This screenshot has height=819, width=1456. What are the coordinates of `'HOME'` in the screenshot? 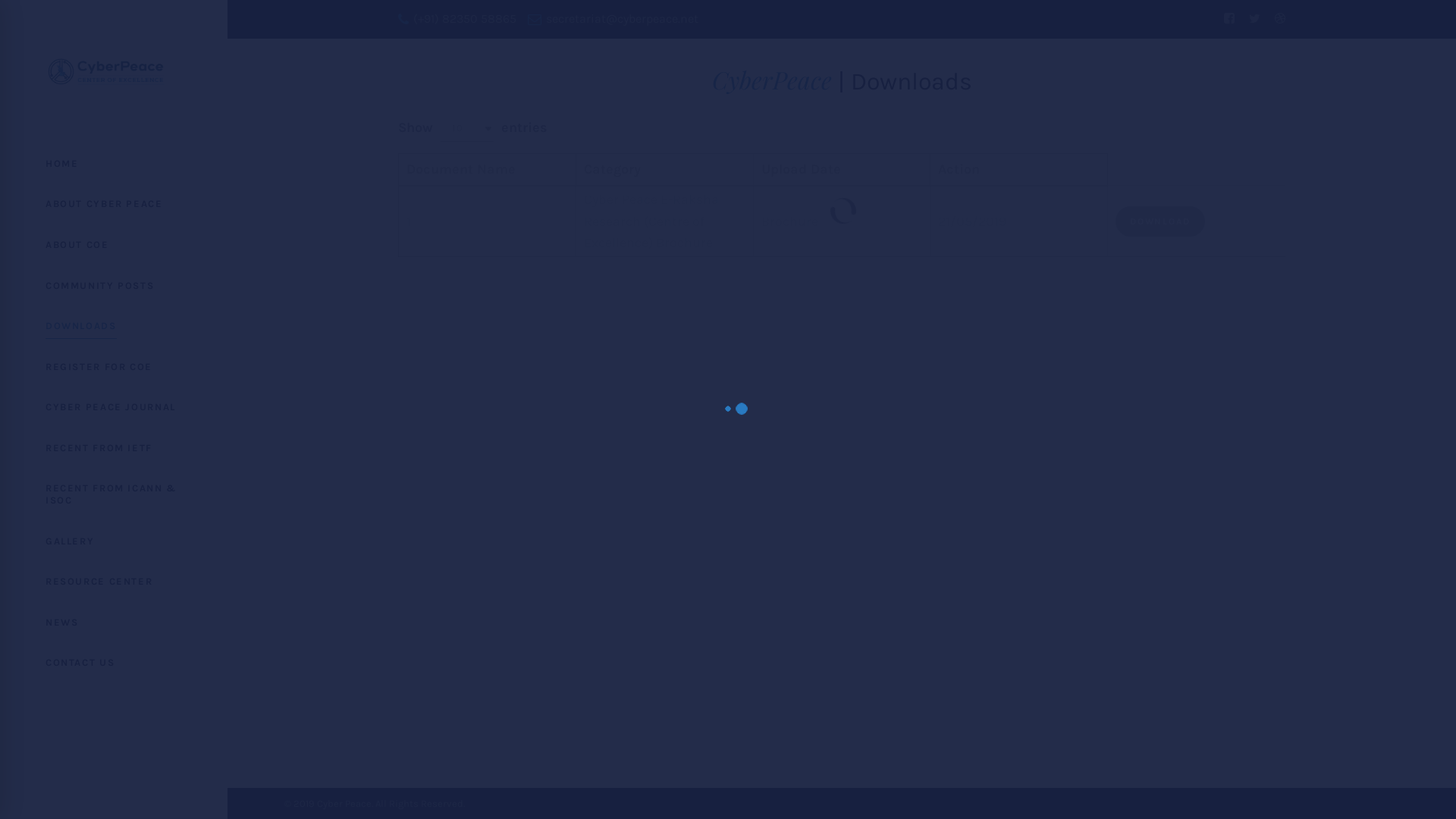 It's located at (112, 164).